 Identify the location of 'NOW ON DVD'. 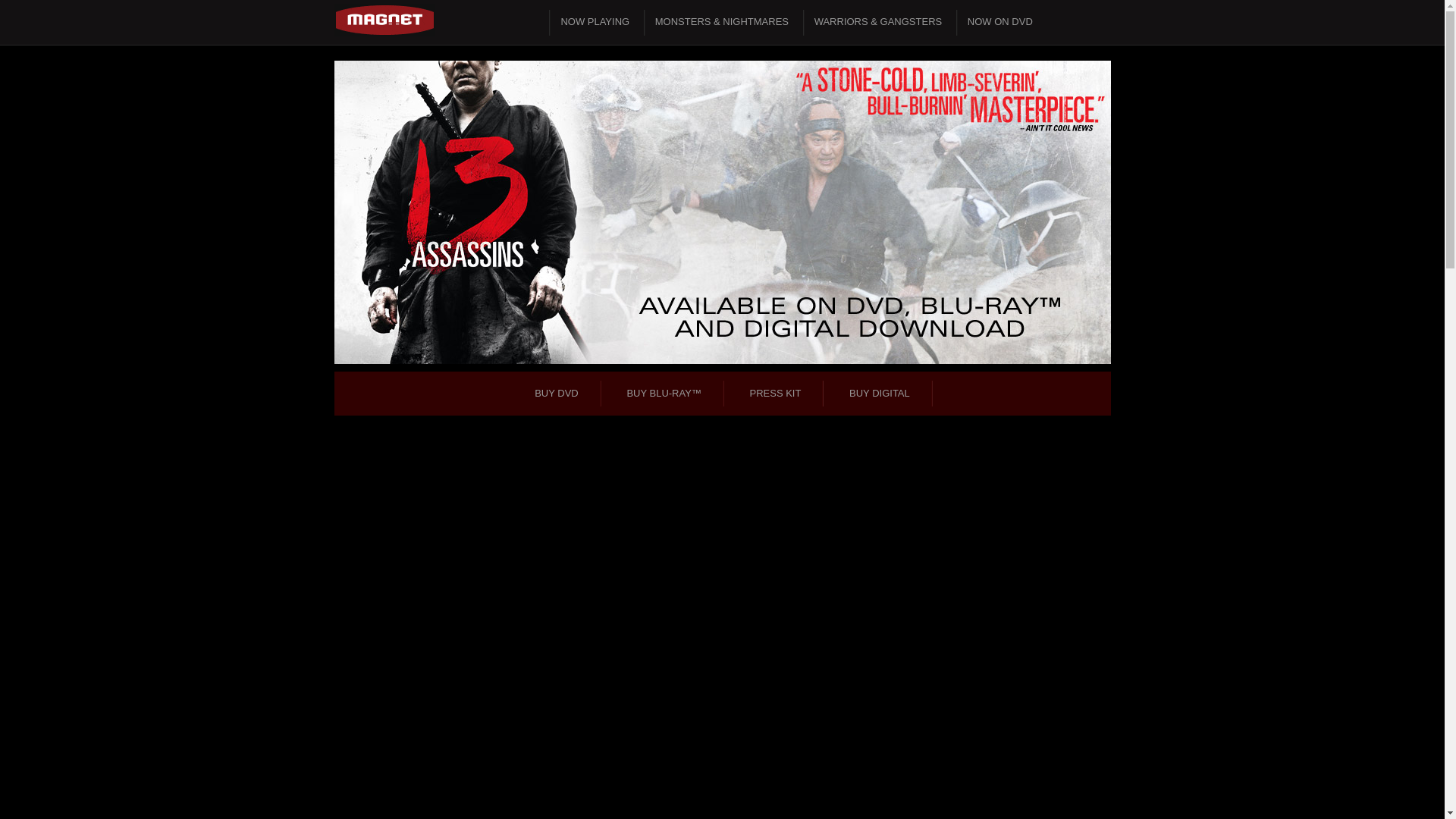
(1000, 21).